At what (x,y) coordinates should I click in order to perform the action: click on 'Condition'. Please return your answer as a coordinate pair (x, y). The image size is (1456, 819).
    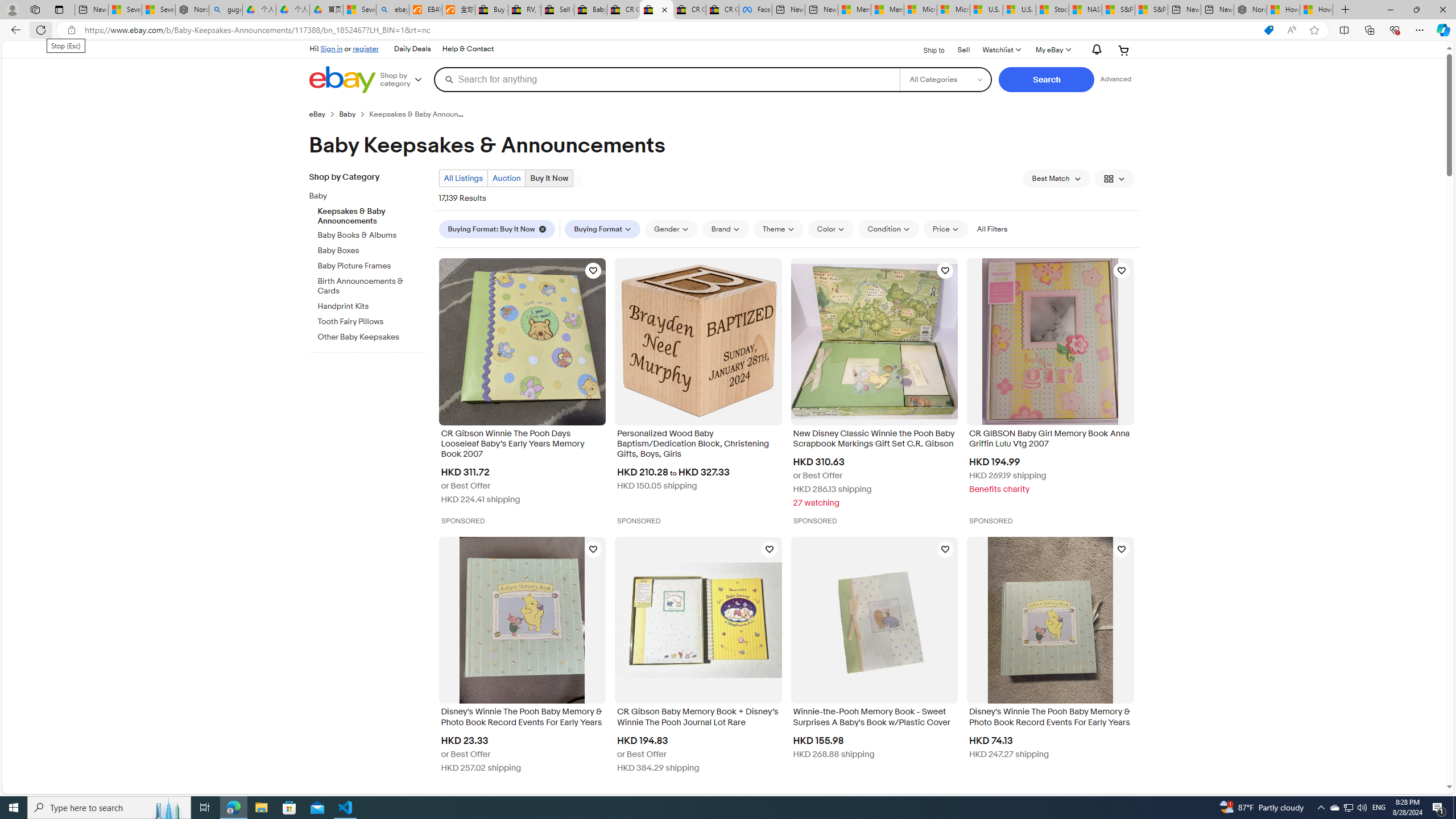
    Looking at the image, I should click on (888, 229).